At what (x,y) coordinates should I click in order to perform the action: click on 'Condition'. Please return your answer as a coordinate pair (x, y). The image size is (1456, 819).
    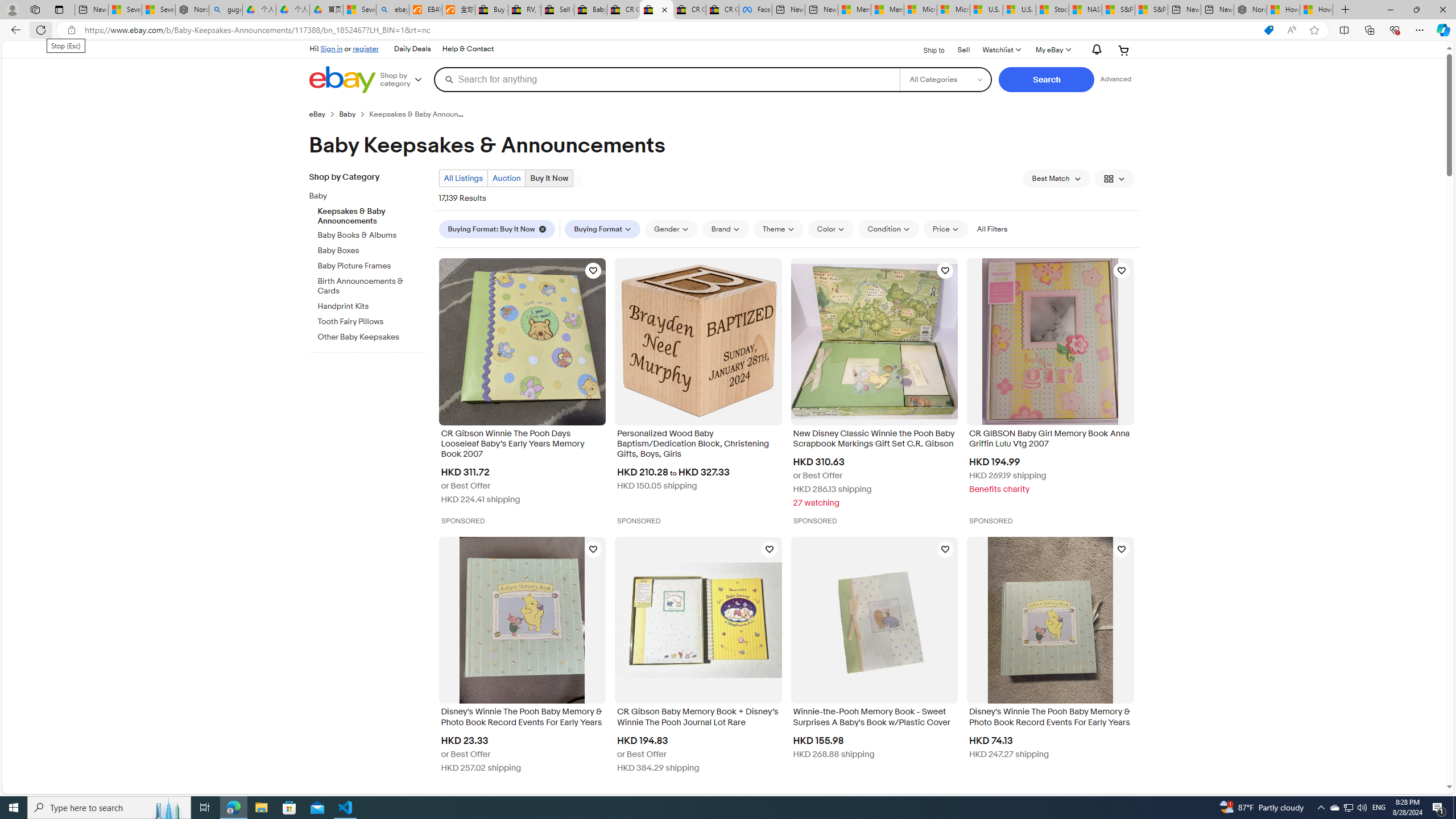
    Looking at the image, I should click on (888, 229).